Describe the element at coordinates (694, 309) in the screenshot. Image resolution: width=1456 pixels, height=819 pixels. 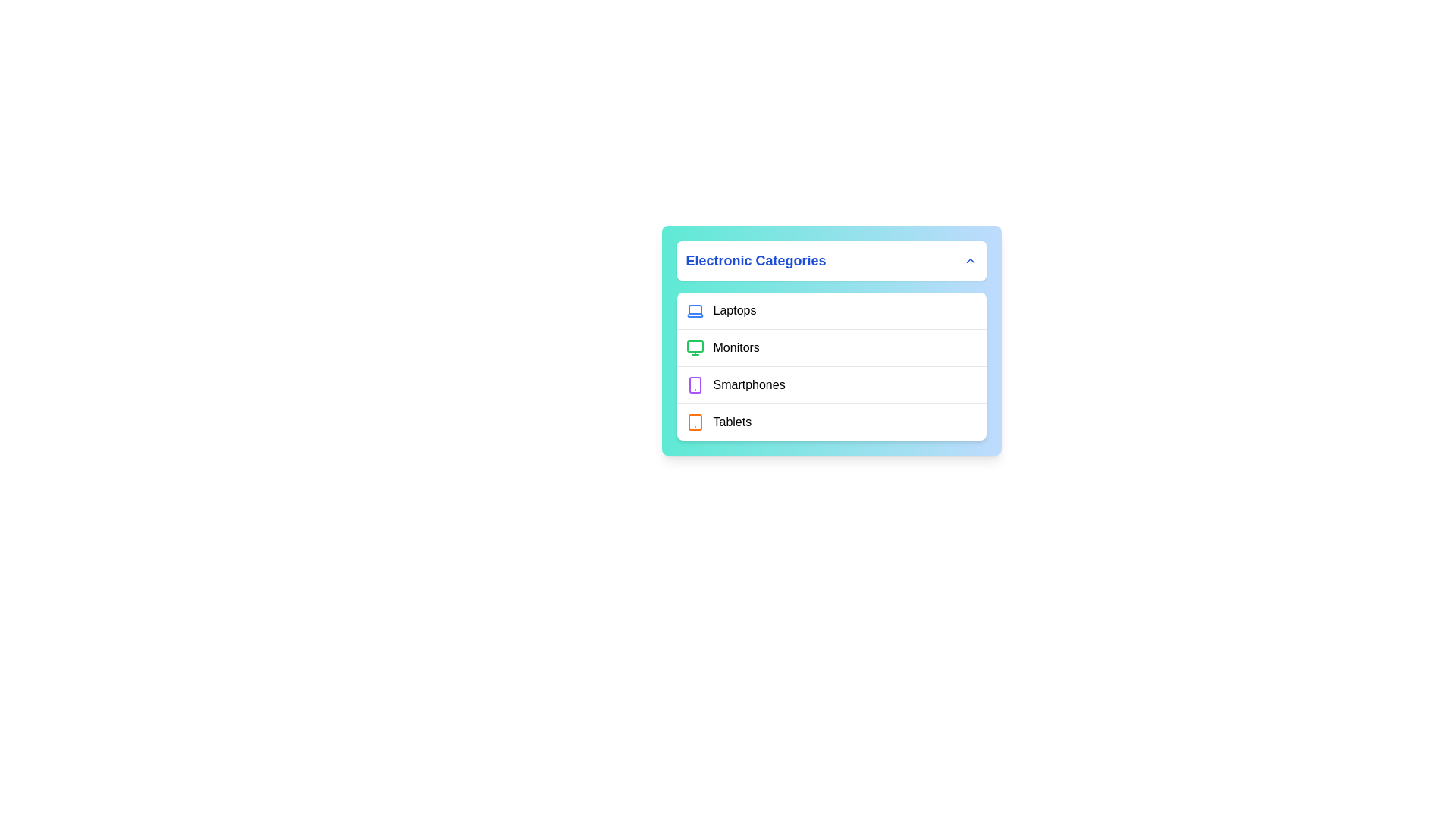
I see `the 'Laptops' category icon located in the upper section of the dropdown menu under the category header 'Electronic Categories'` at that location.